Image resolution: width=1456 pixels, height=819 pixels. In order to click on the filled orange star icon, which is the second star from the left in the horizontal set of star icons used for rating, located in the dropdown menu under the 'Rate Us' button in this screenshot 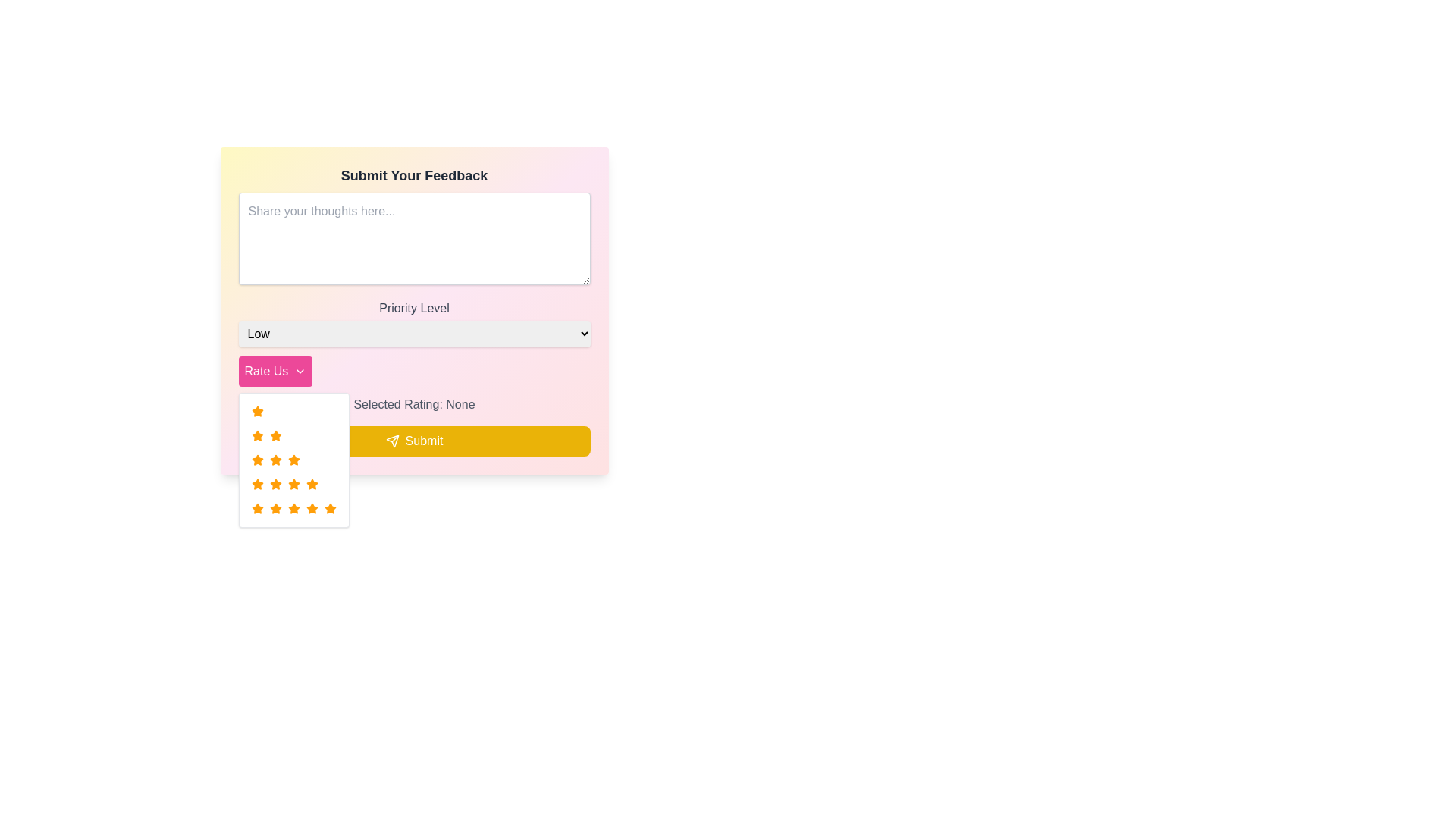, I will do `click(257, 509)`.